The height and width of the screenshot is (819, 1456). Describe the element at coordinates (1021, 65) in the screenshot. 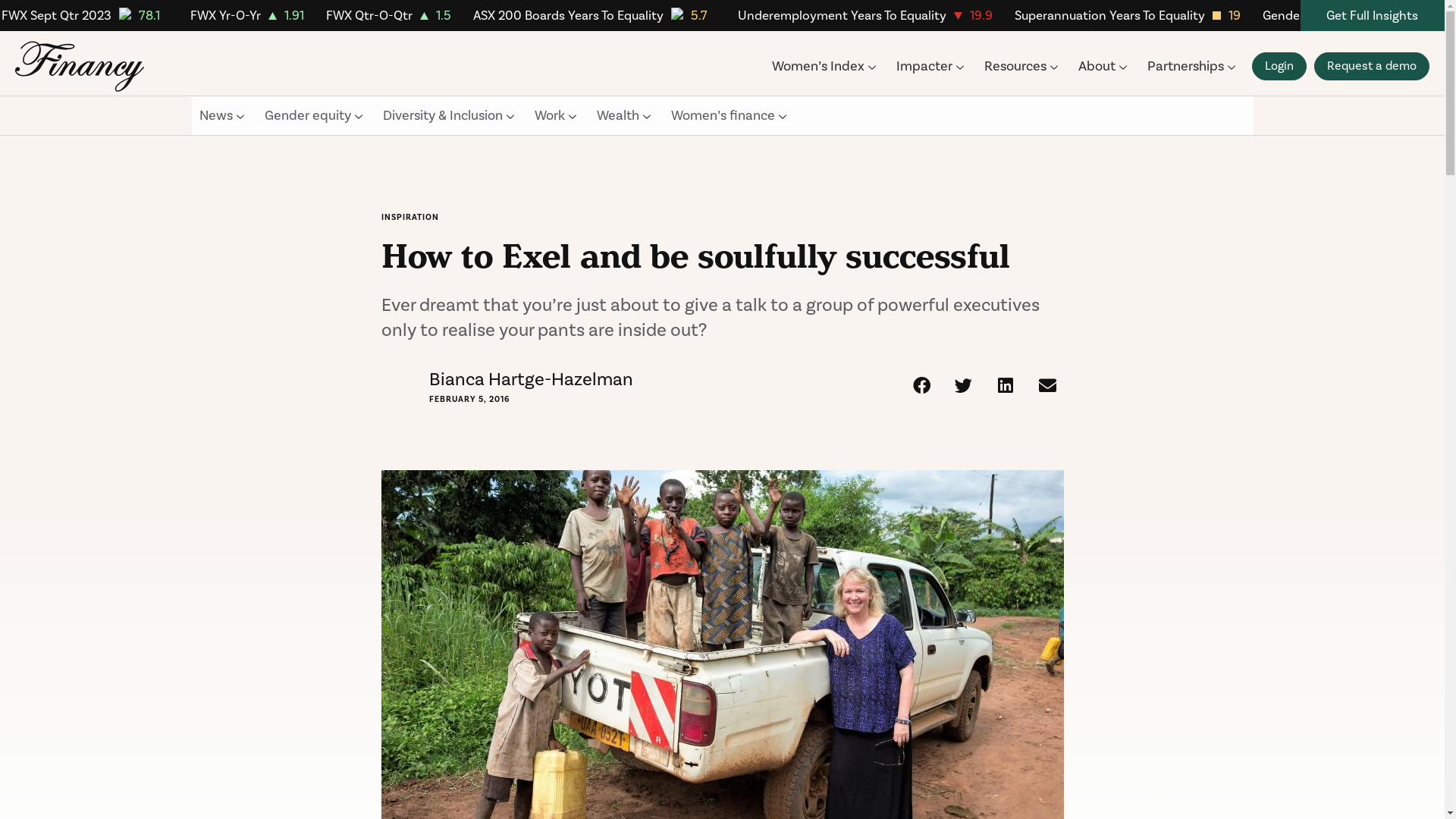

I see `'Resources'` at that location.